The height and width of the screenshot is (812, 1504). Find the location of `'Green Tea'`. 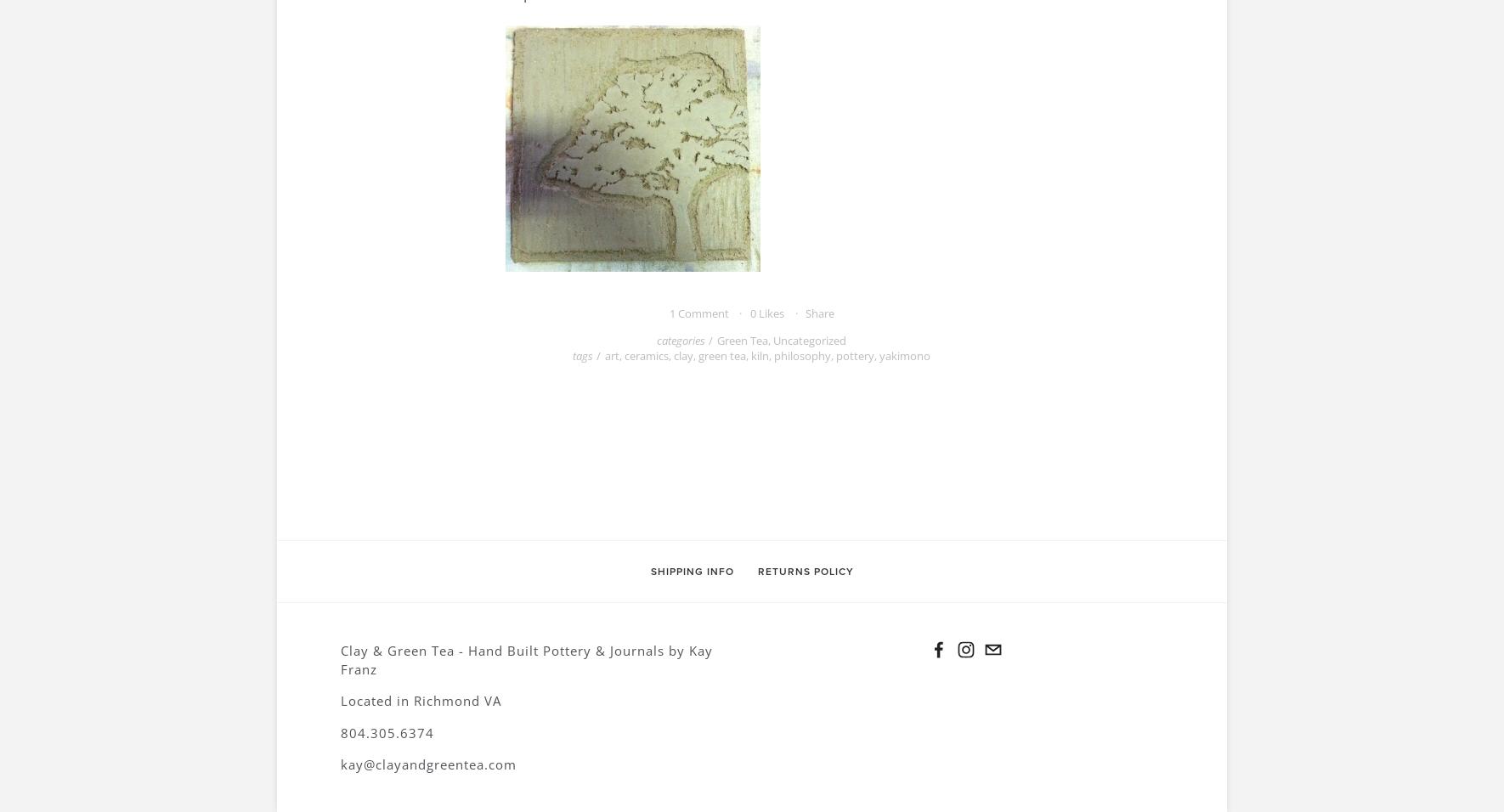

'Green Tea' is located at coordinates (716, 339).